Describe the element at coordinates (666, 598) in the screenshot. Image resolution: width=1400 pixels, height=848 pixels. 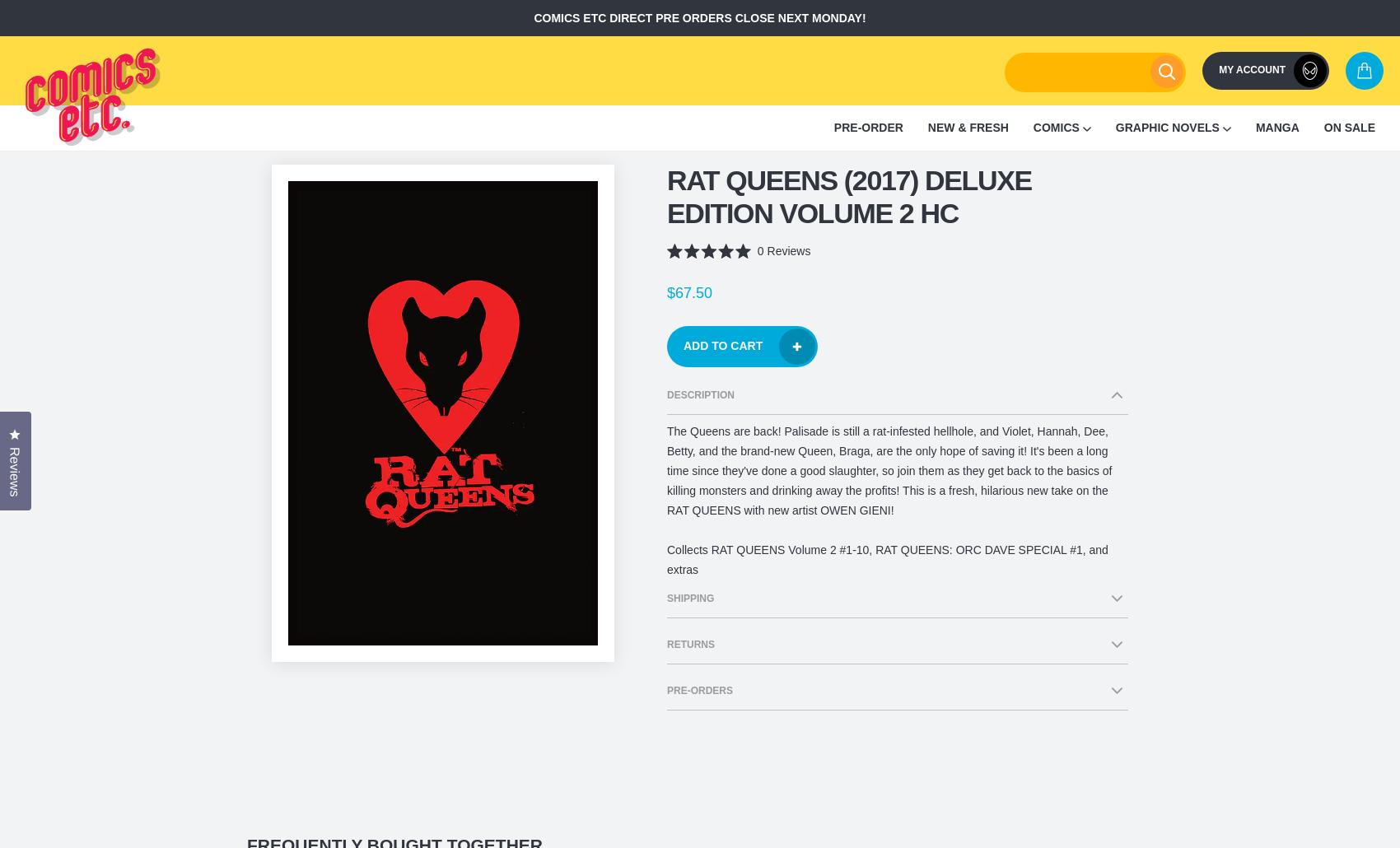
I see `'Shipping'` at that location.